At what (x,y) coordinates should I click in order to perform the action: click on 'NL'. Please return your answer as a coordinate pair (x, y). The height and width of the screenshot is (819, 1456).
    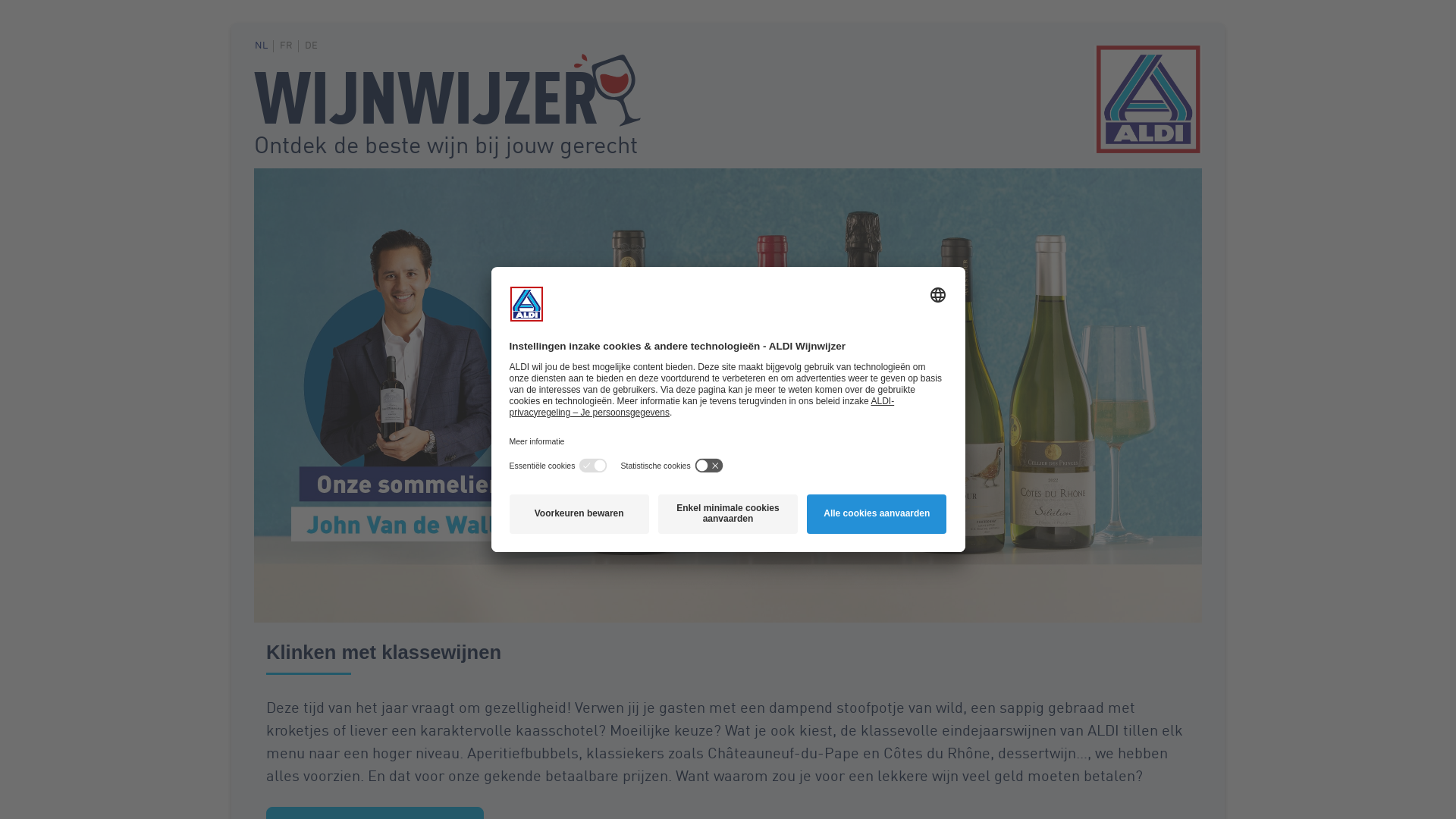
    Looking at the image, I should click on (264, 45).